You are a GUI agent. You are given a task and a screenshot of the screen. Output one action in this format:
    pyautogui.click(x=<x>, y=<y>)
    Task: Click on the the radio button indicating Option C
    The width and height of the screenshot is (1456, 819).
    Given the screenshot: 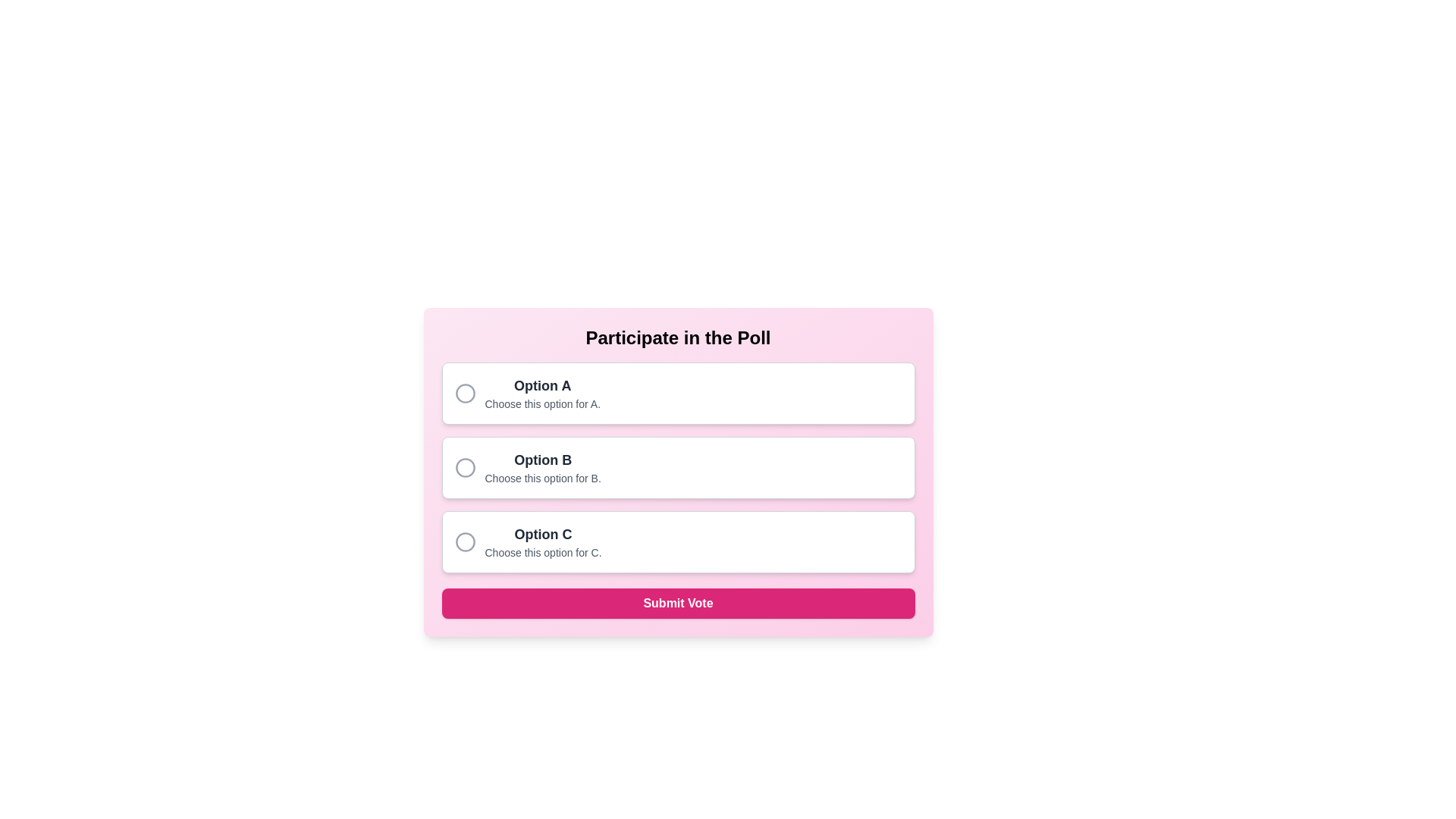 What is the action you would take?
    pyautogui.click(x=464, y=541)
    